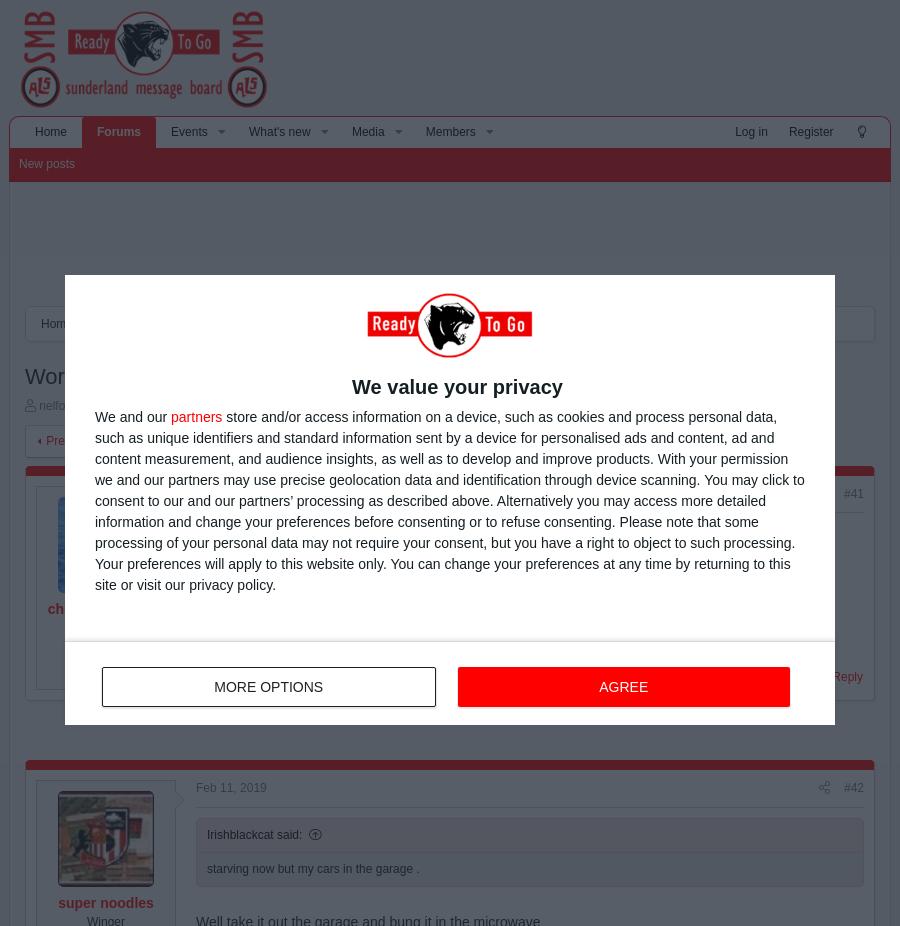 The image size is (900, 926). Describe the element at coordinates (843, 788) in the screenshot. I see `'#42'` at that location.